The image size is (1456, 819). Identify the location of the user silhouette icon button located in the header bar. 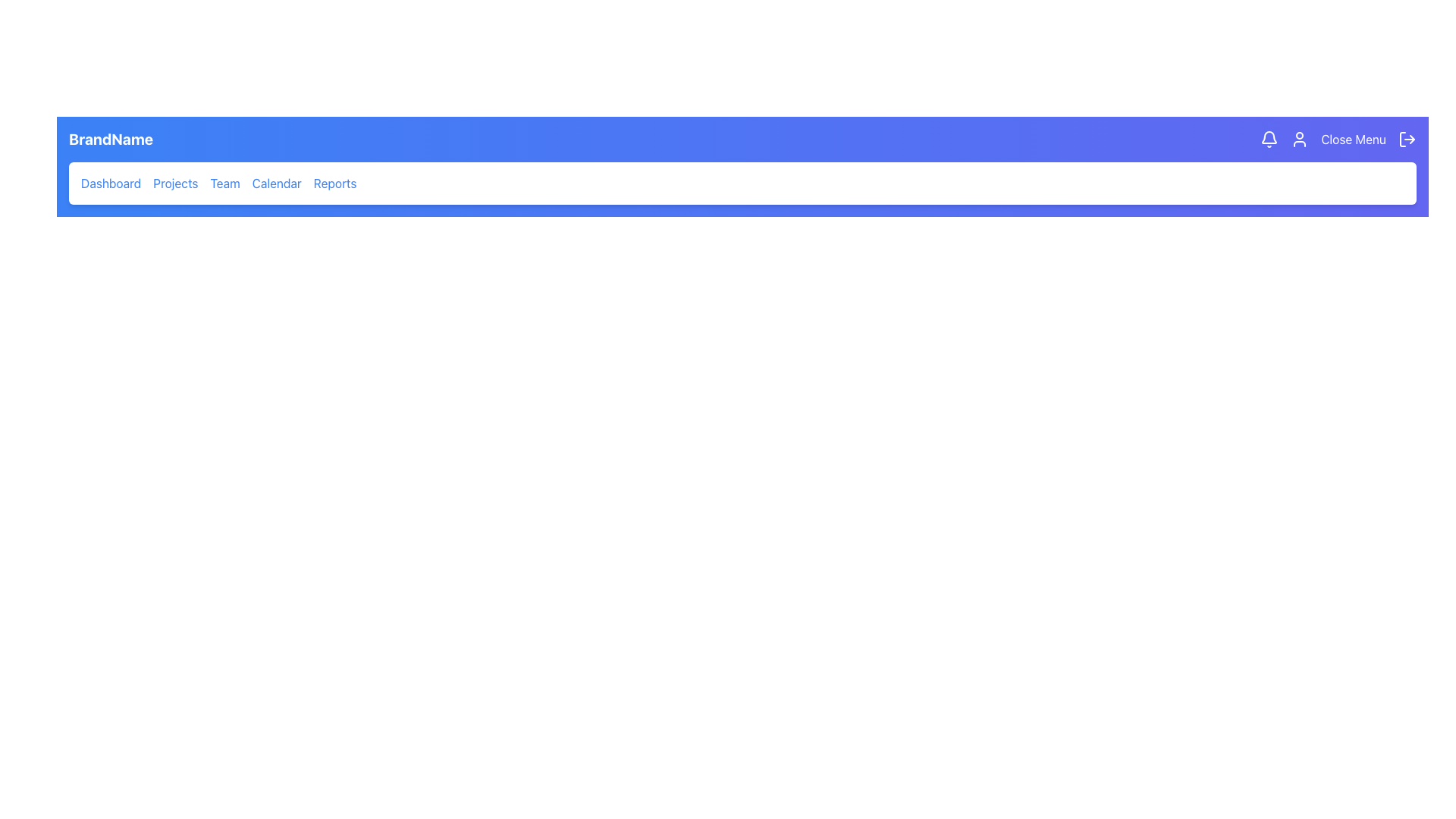
(1299, 140).